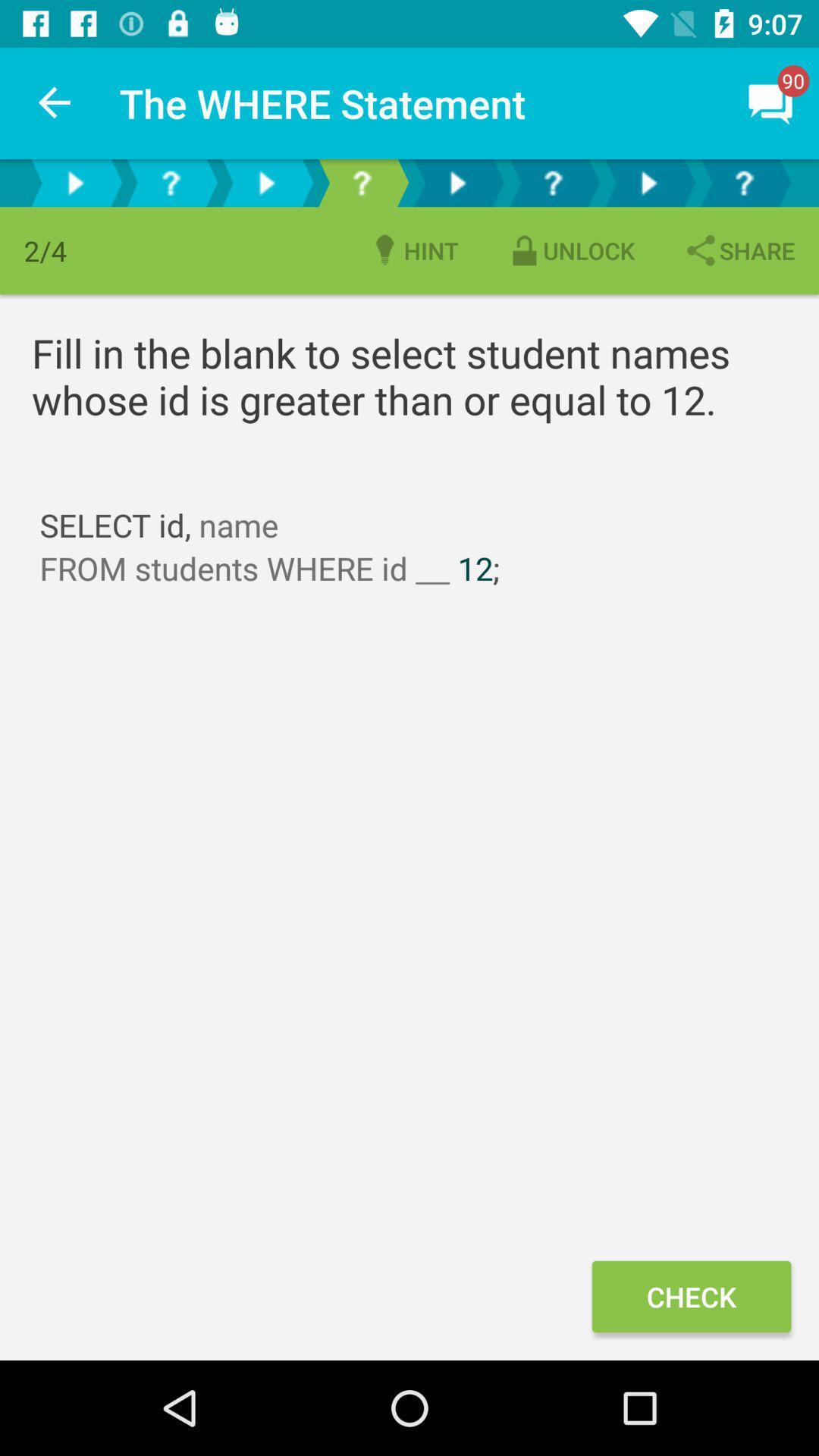 The height and width of the screenshot is (1456, 819). Describe the element at coordinates (742, 182) in the screenshot. I see `help` at that location.